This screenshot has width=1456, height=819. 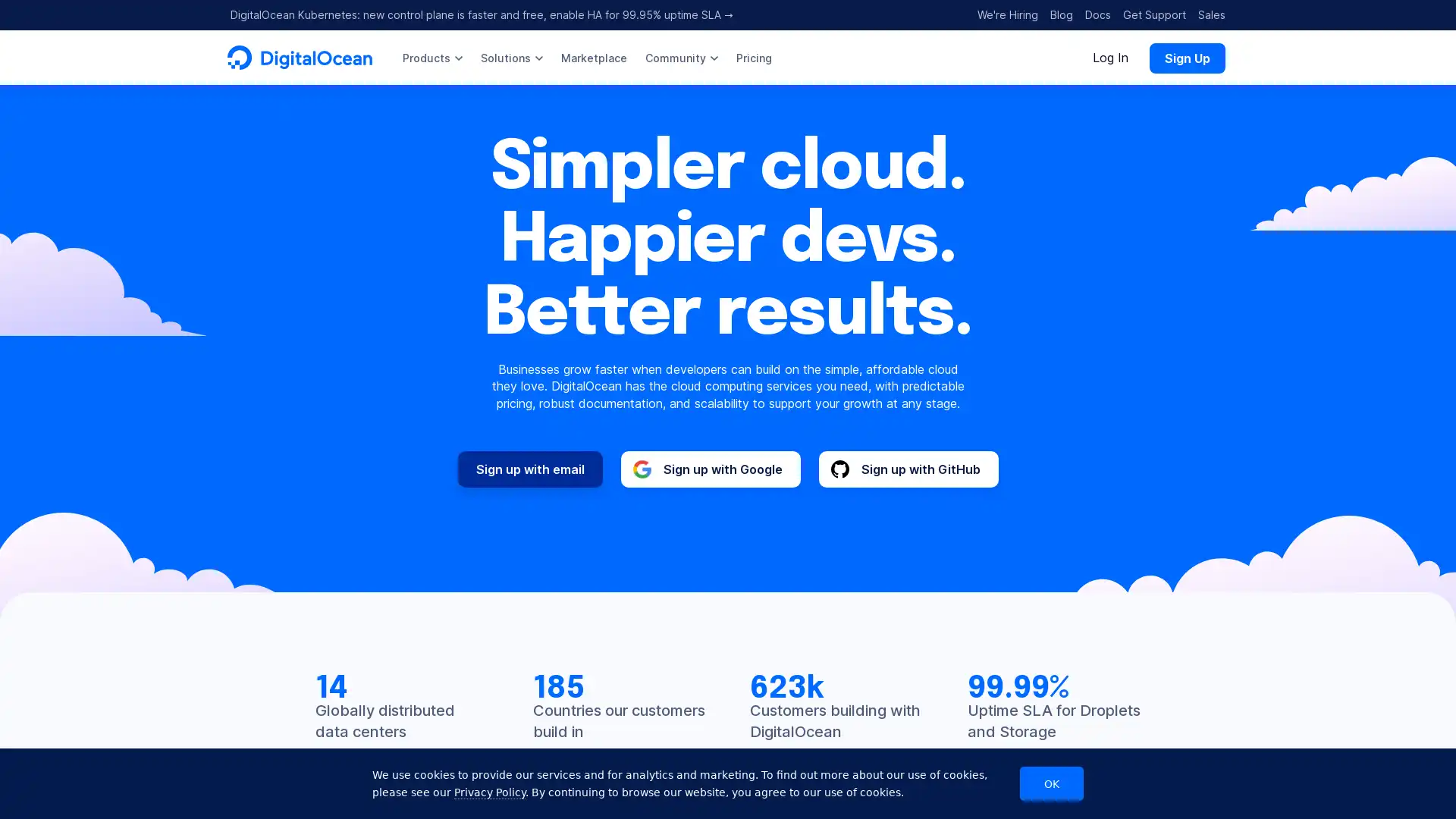 I want to click on Products, so click(x=431, y=57).